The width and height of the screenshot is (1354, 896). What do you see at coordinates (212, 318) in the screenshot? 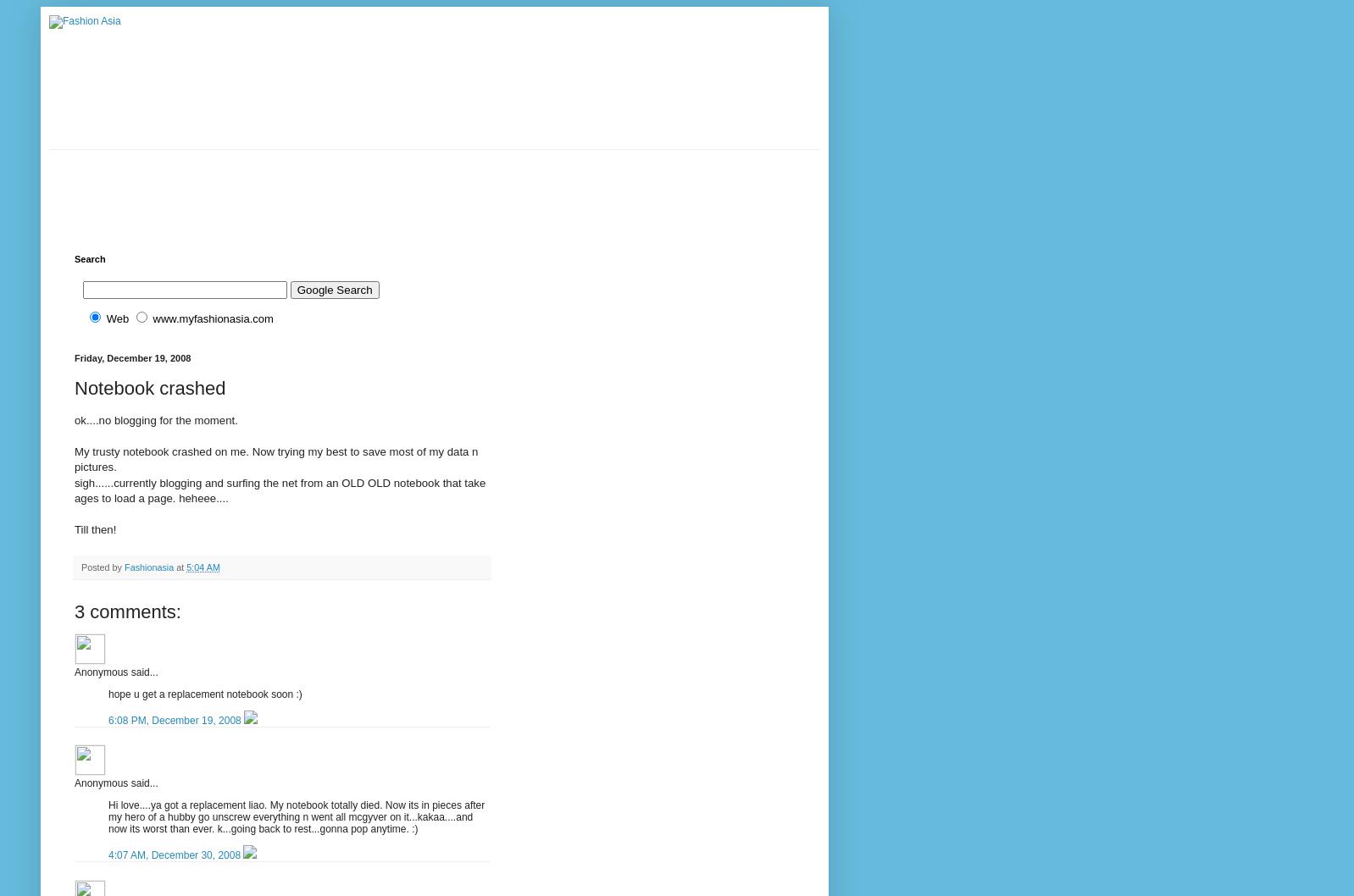
I see `'www.myfashionasia.com'` at bounding box center [212, 318].